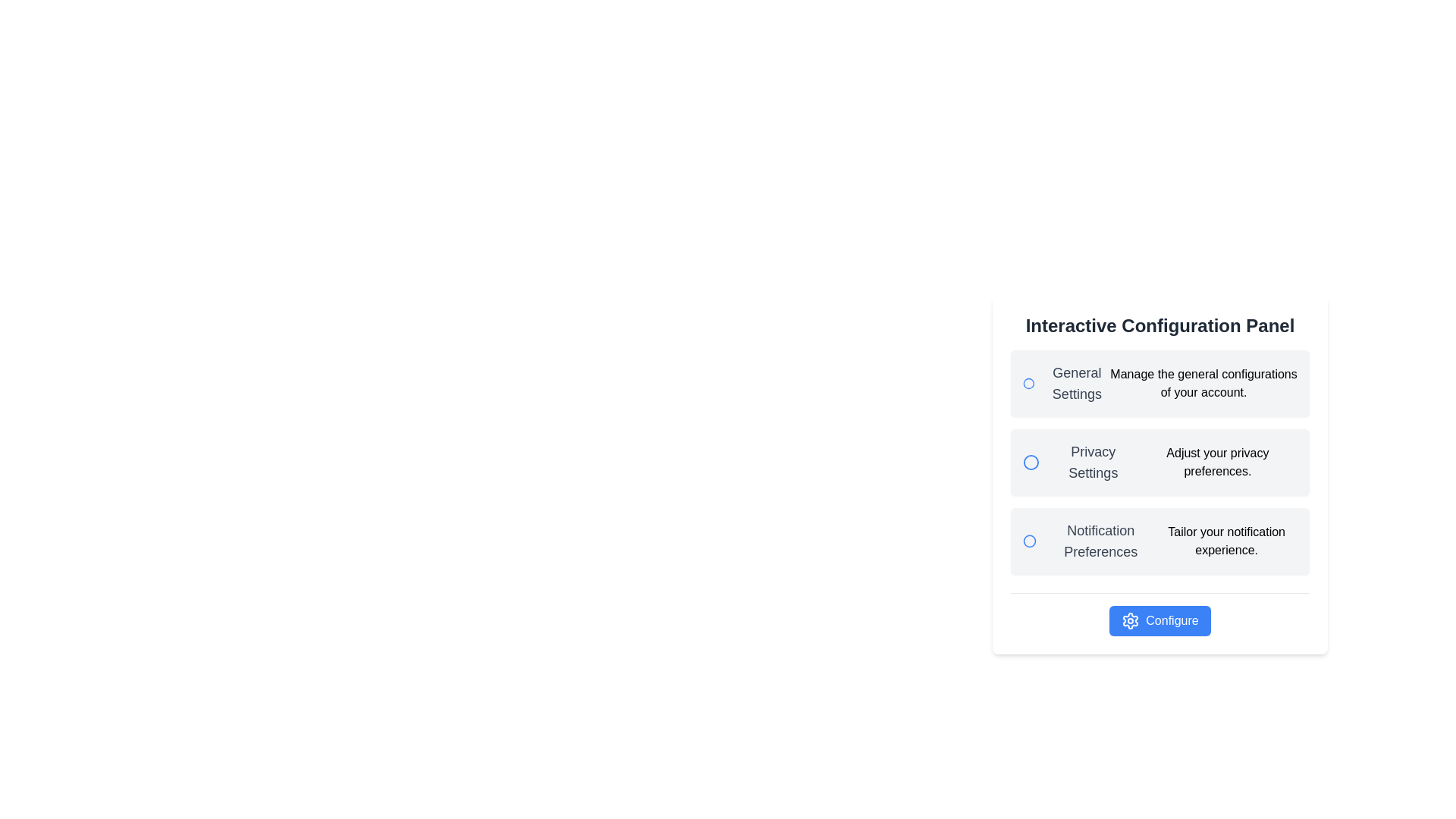 The width and height of the screenshot is (1456, 819). I want to click on the descriptive text providing additional information about the 'General Settings' option in the settings menu, located below the 'General Settings' text, so click(1203, 382).